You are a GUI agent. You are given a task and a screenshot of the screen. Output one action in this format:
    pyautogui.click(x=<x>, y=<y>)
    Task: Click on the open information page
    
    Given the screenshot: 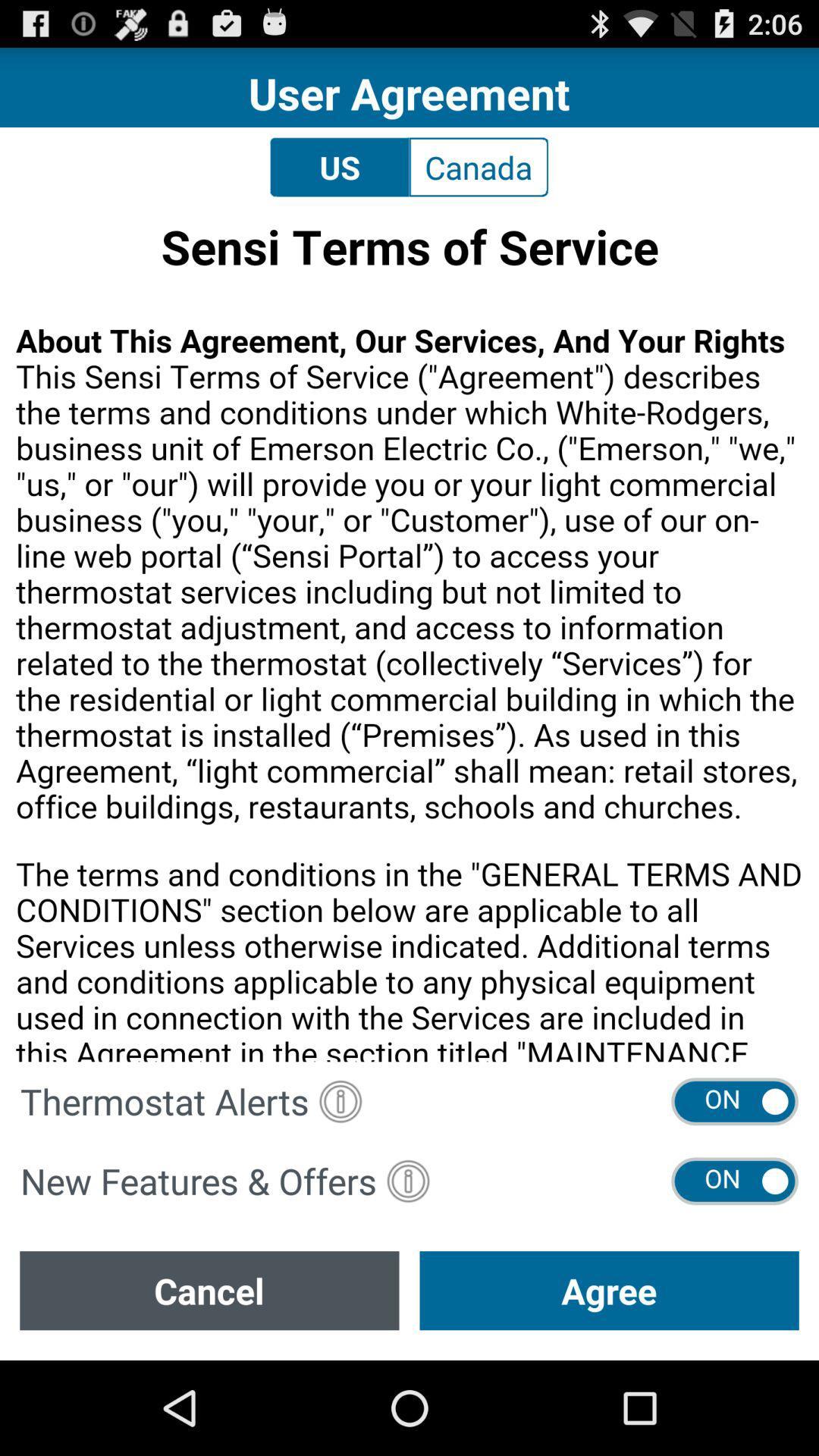 What is the action you would take?
    pyautogui.click(x=407, y=1180)
    